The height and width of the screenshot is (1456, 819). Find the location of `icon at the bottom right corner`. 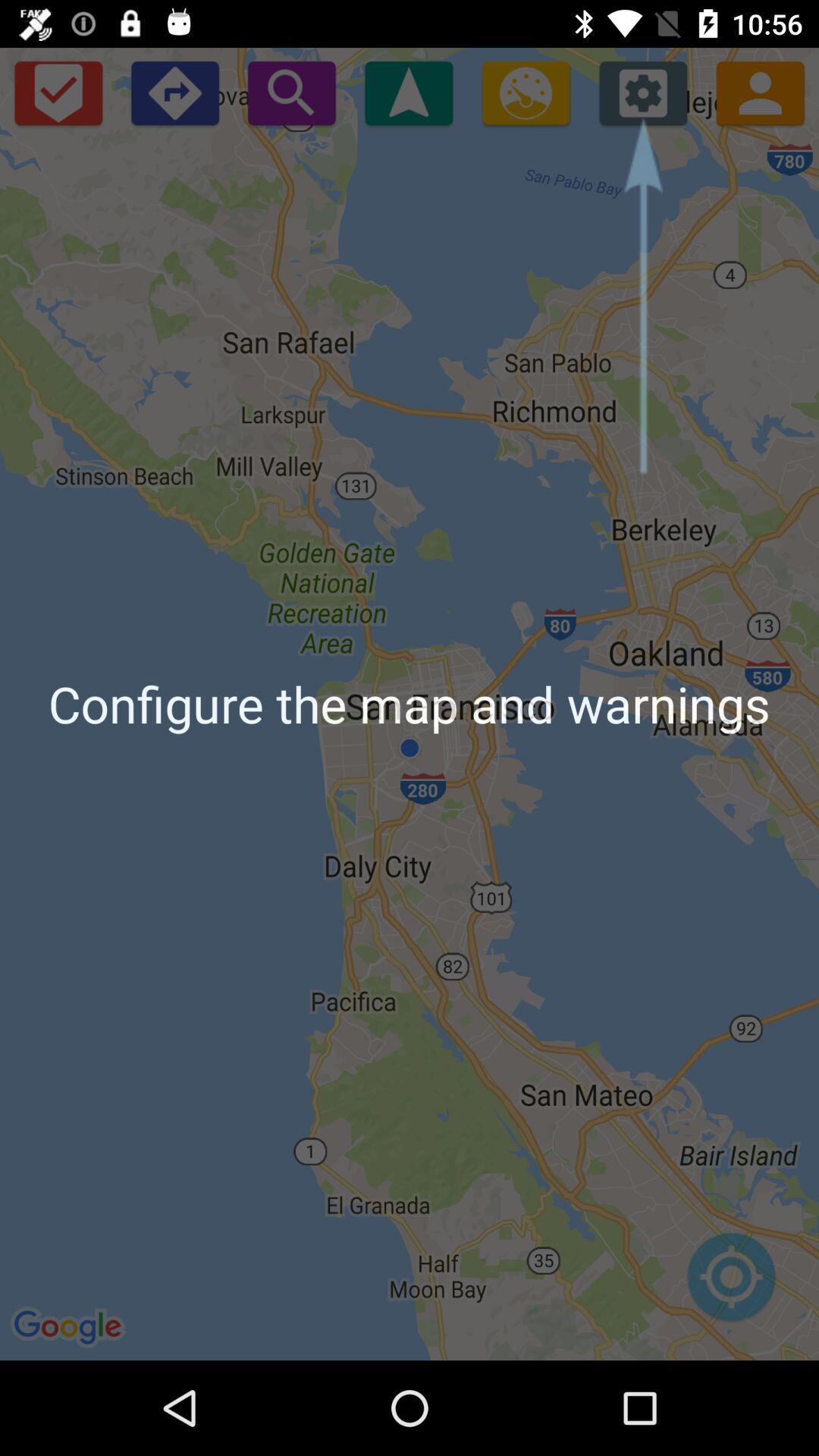

icon at the bottom right corner is located at coordinates (730, 1284).